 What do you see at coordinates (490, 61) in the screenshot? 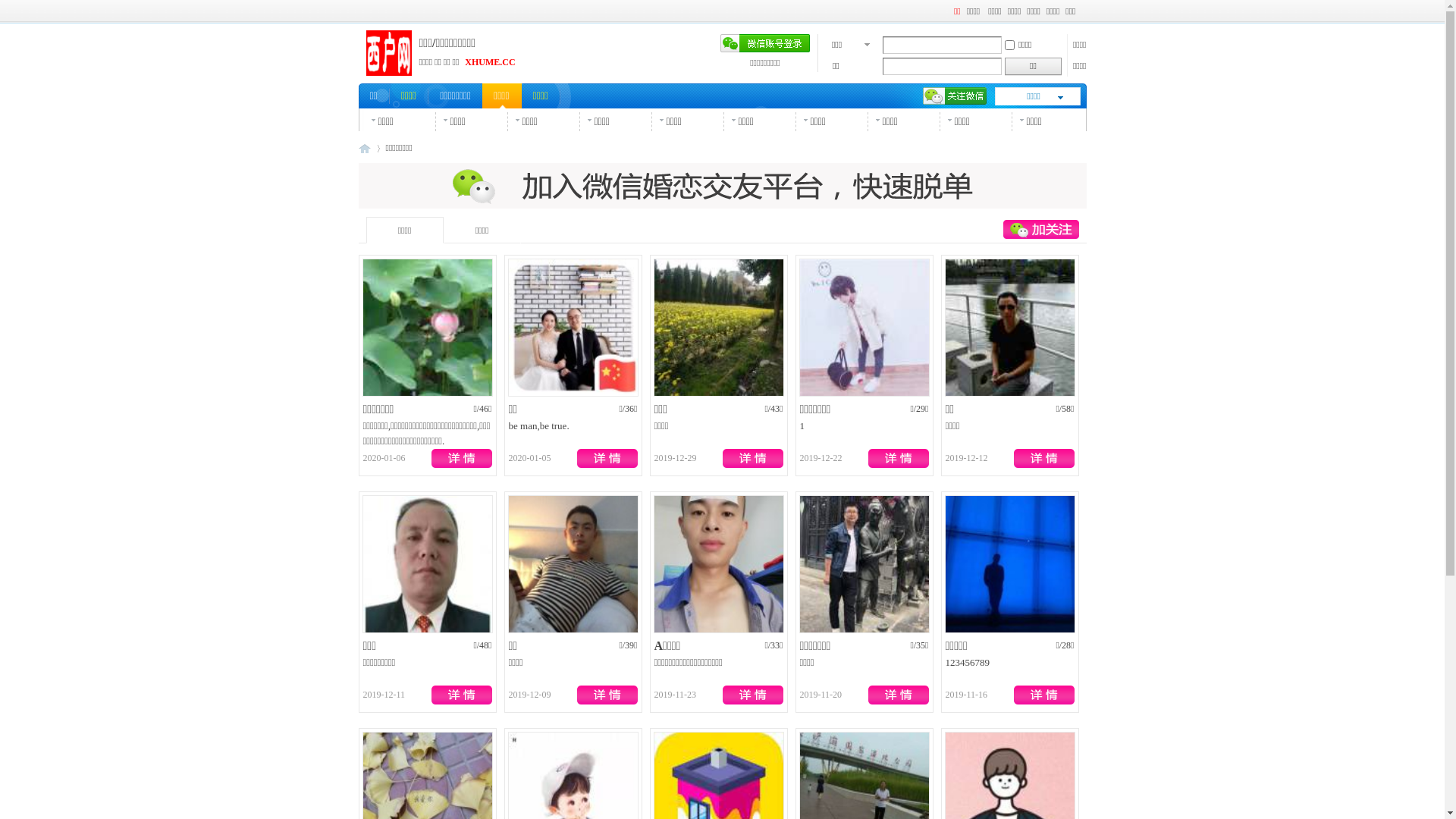
I see `'XHUME.CC'` at bounding box center [490, 61].